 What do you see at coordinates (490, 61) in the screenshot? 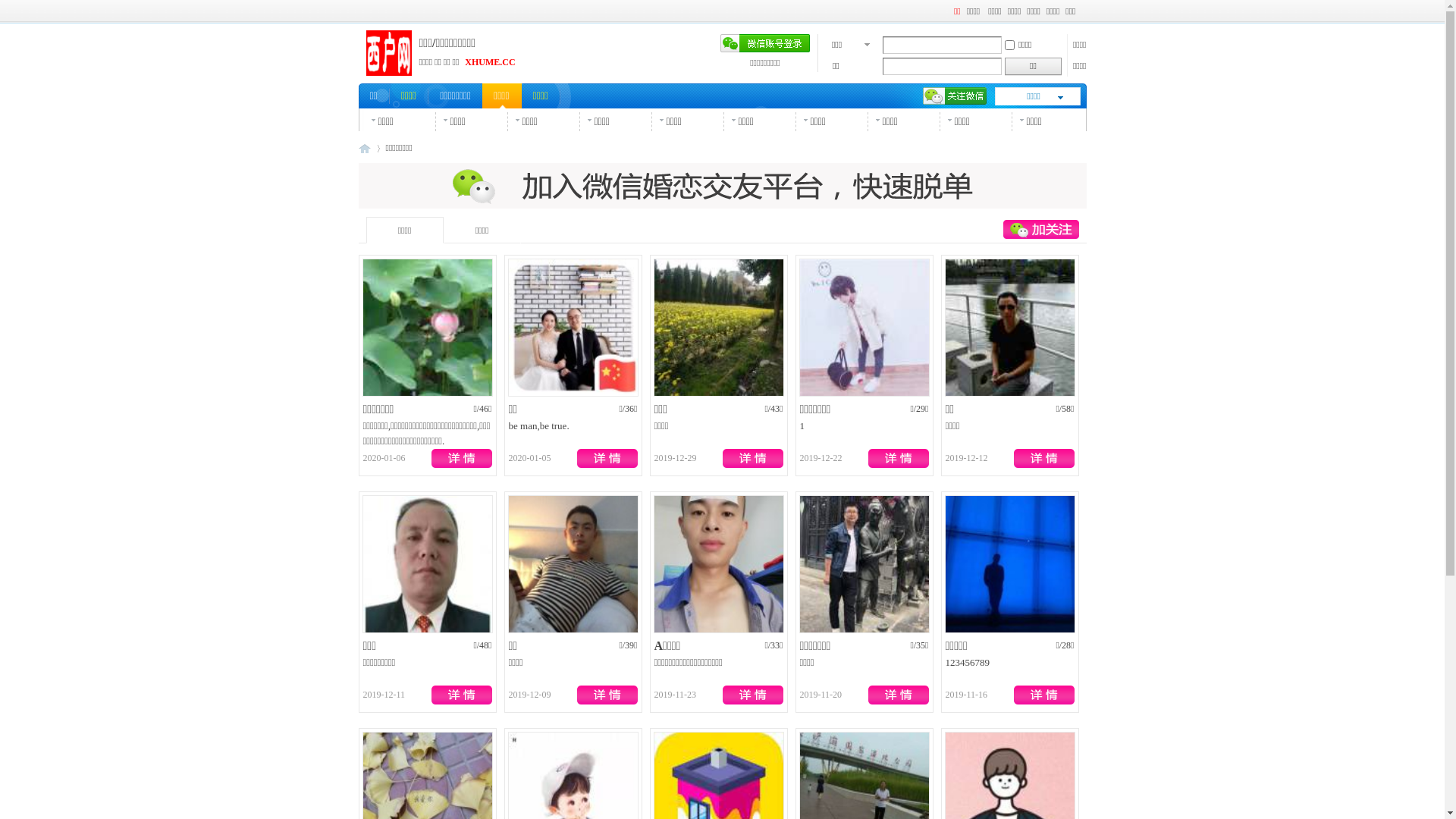
I see `'XHUME.CC'` at bounding box center [490, 61].